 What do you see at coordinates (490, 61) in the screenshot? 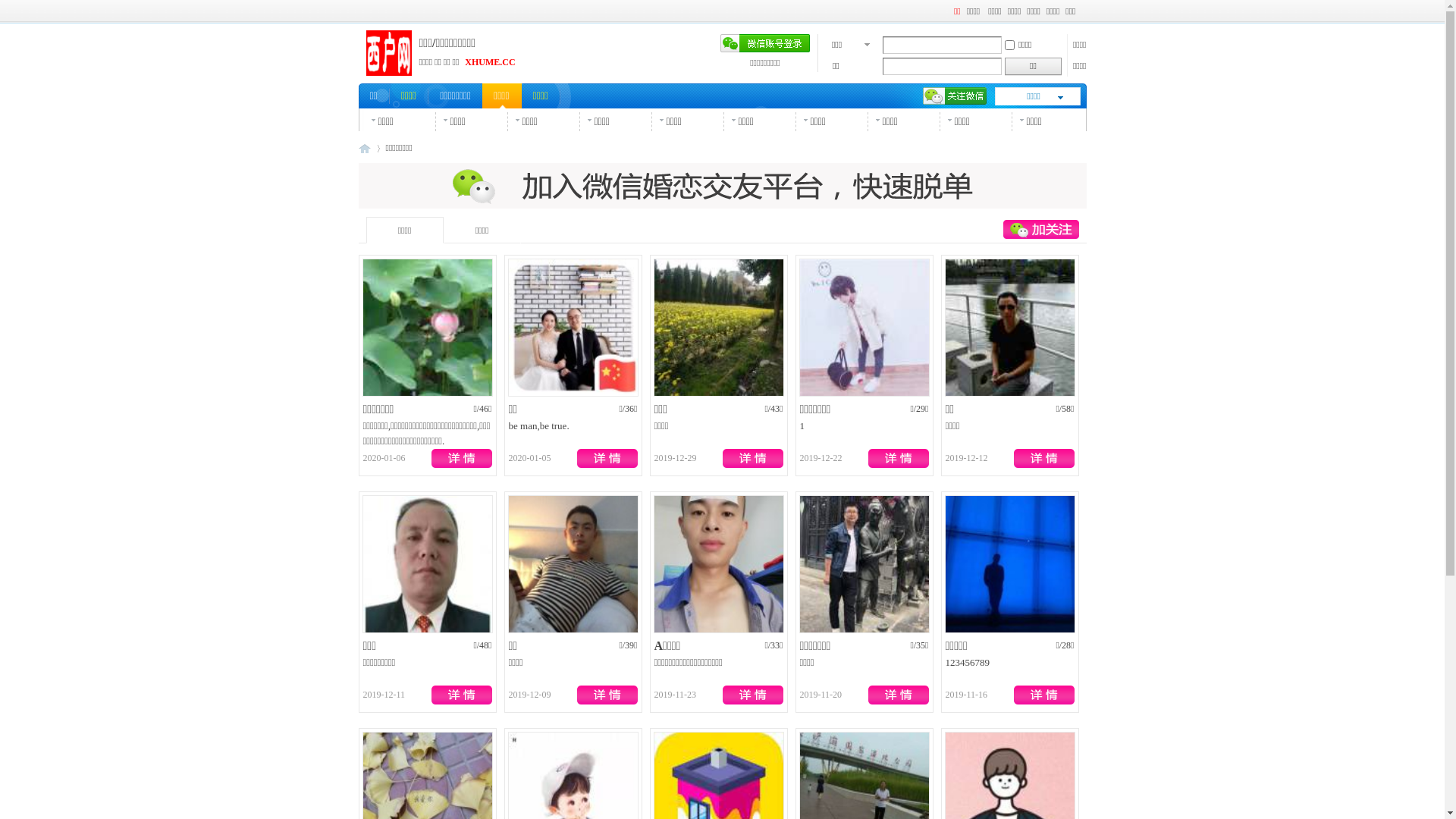
I see `'XHUME.CC'` at bounding box center [490, 61].